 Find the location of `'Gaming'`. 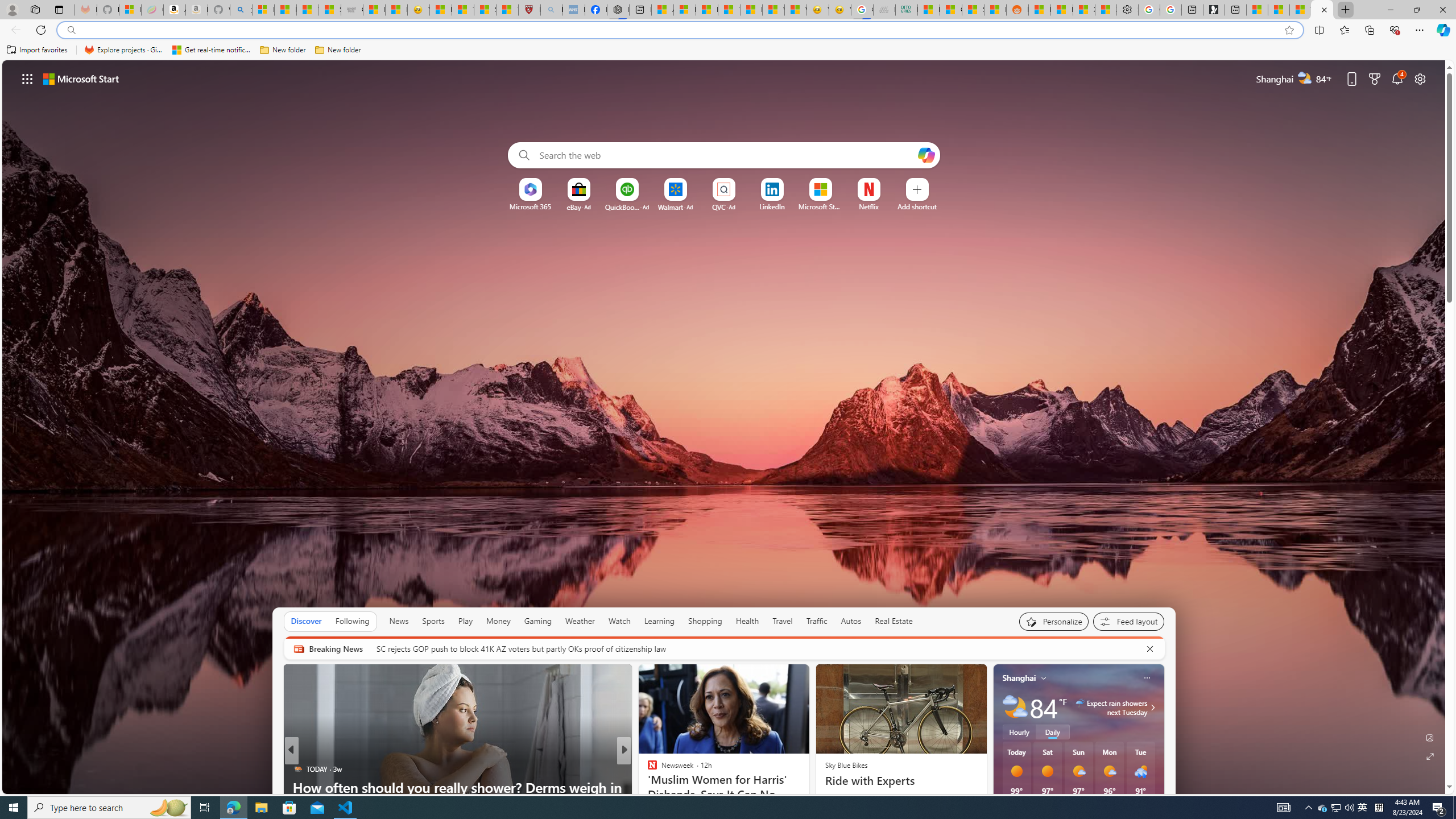

'Gaming' is located at coordinates (537, 621).